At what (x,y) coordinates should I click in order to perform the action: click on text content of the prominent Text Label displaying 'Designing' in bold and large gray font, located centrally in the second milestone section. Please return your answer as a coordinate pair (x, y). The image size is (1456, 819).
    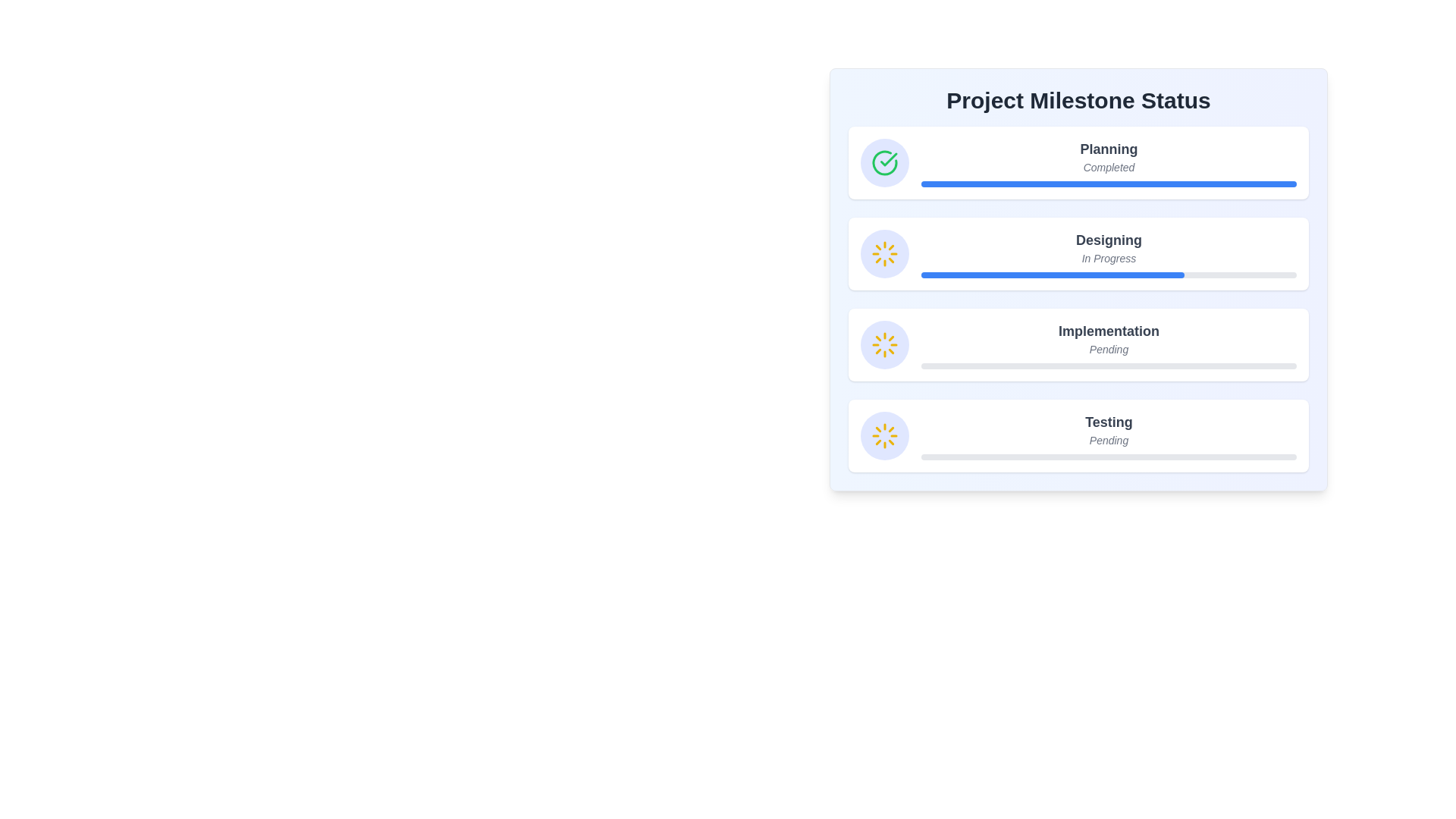
    Looking at the image, I should click on (1109, 239).